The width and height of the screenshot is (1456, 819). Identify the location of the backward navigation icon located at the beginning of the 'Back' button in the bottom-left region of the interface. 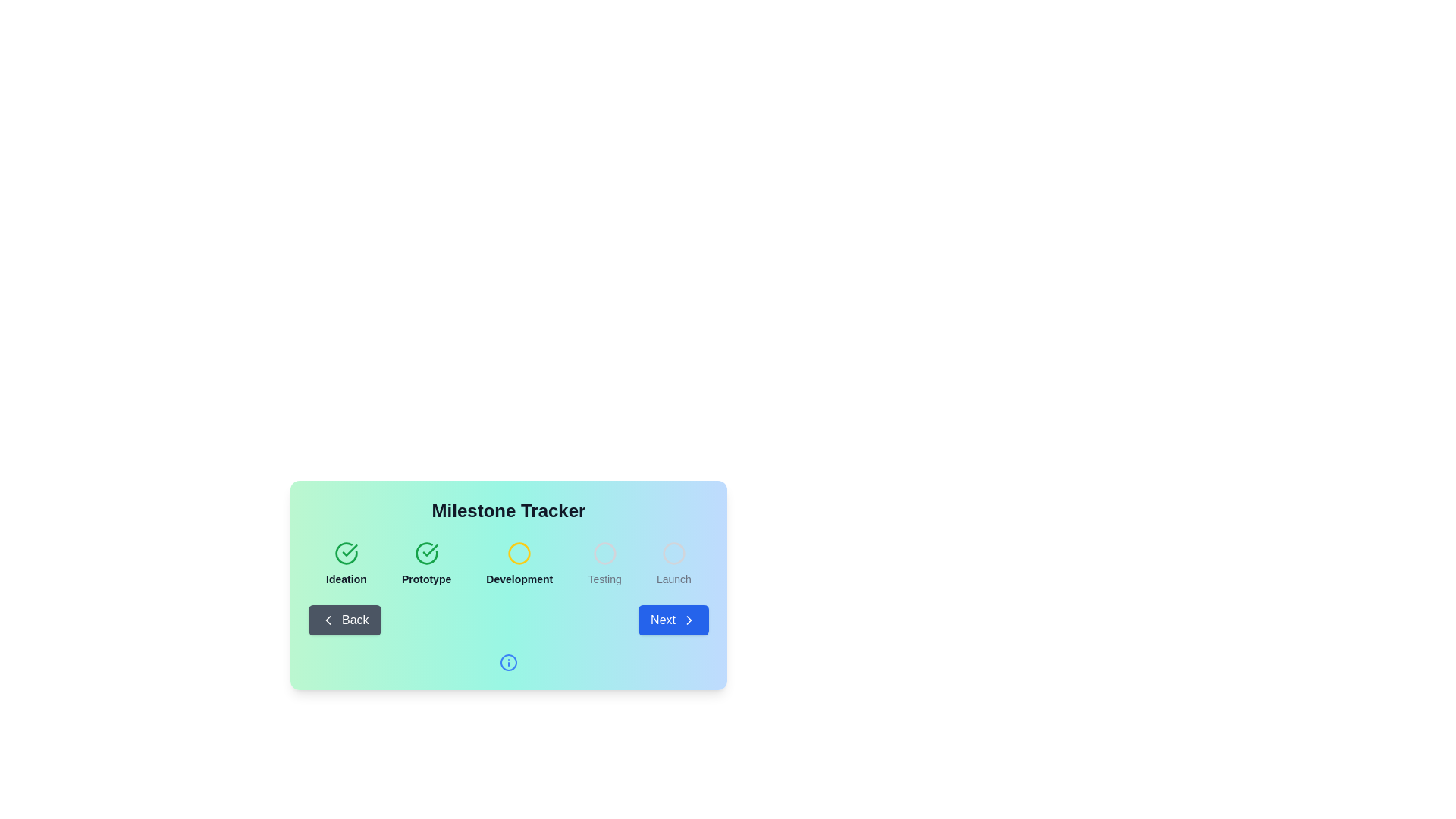
(327, 620).